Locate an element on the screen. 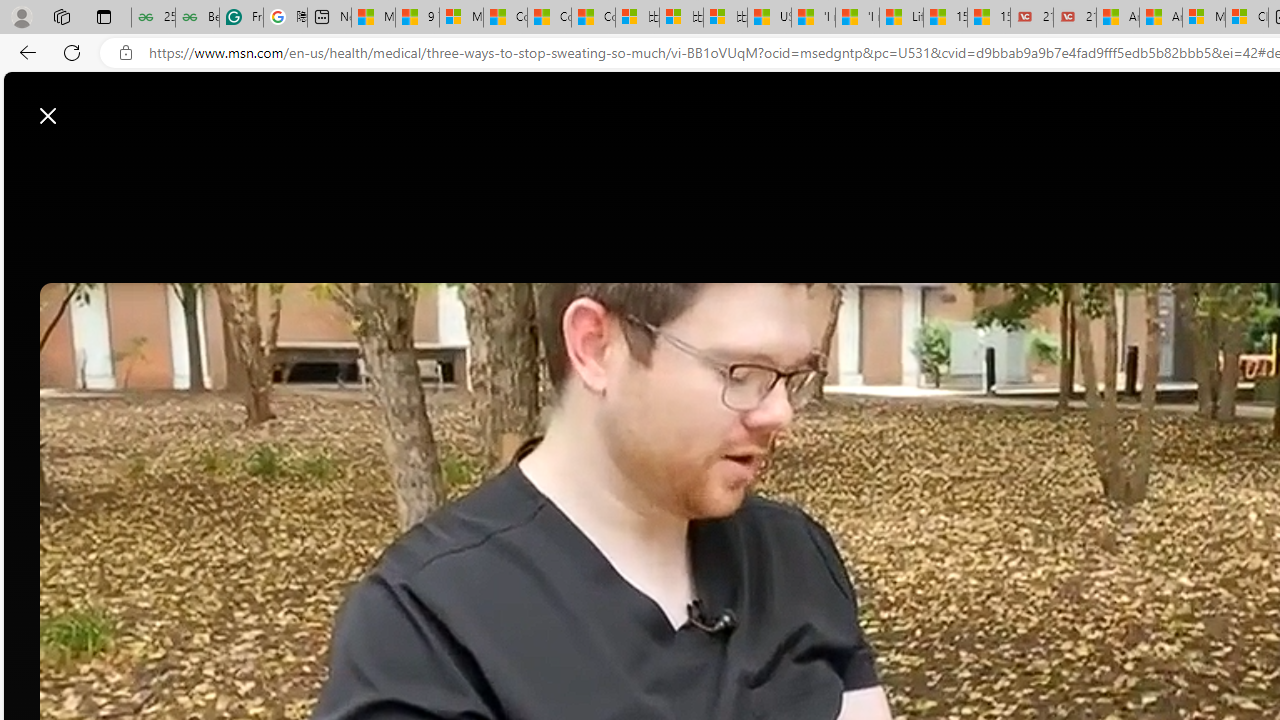 This screenshot has height=720, width=1280. 'Class: control icon-only' is located at coordinates (48, 115).